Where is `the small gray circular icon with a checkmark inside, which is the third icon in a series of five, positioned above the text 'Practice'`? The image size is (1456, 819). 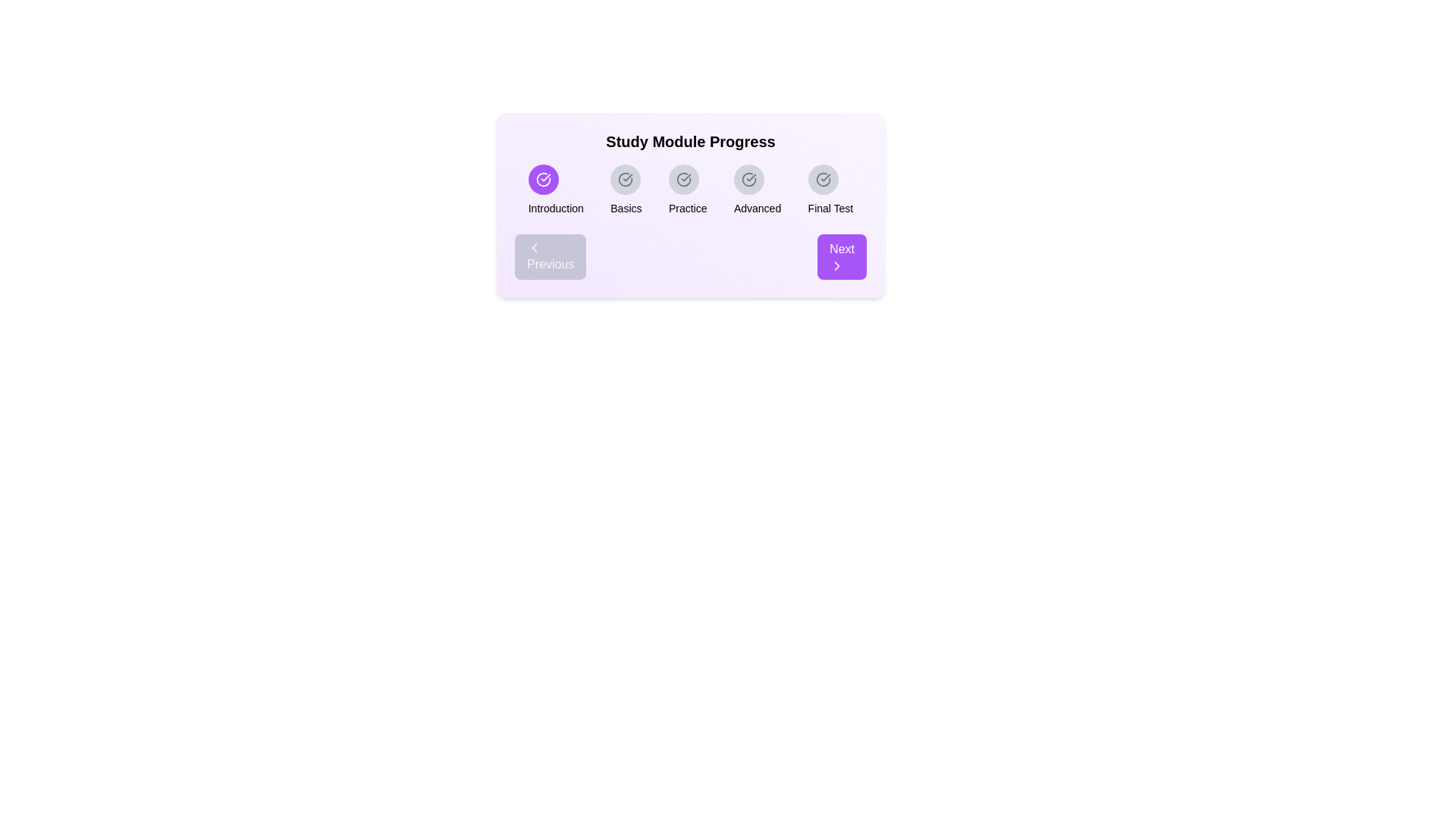
the small gray circular icon with a checkmark inside, which is the third icon in a series of five, positioned above the text 'Practice' is located at coordinates (683, 178).